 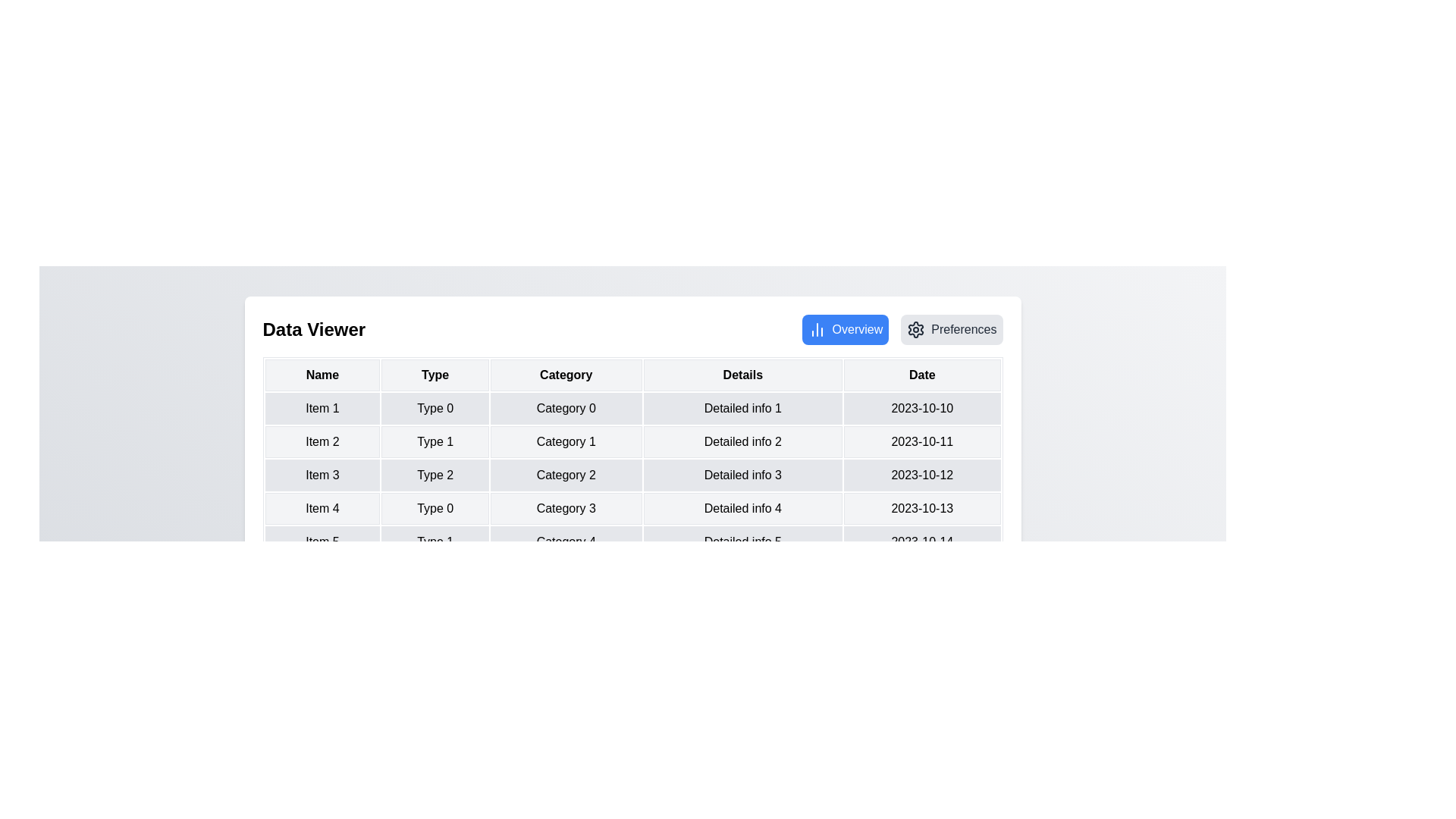 What do you see at coordinates (565, 375) in the screenshot?
I see `the column header Category to explore sorting options` at bounding box center [565, 375].